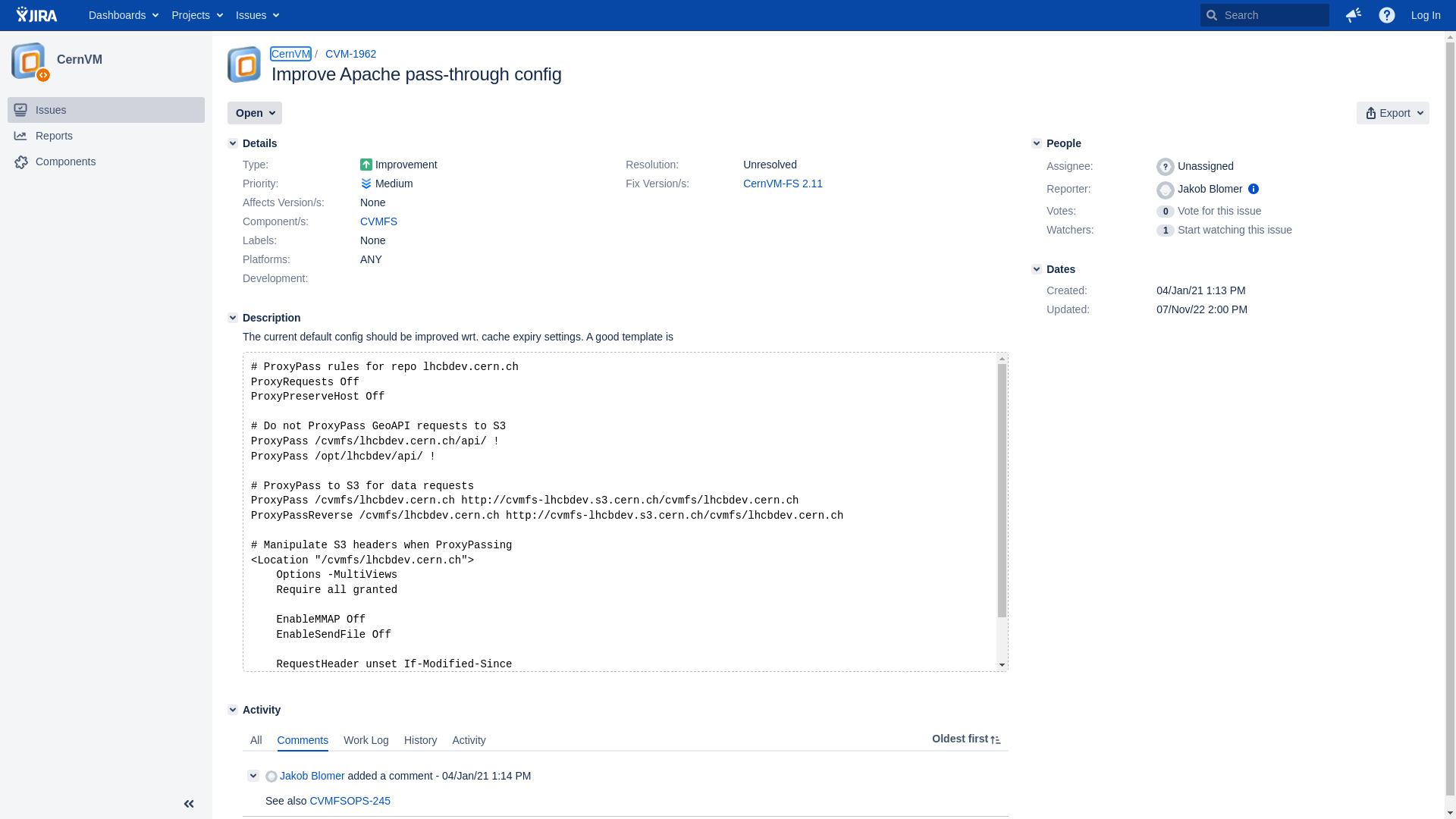 This screenshot has width=1456, height=819. Describe the element at coordinates (742, 183) in the screenshot. I see `'CernVM-FS 2.11'` at that location.